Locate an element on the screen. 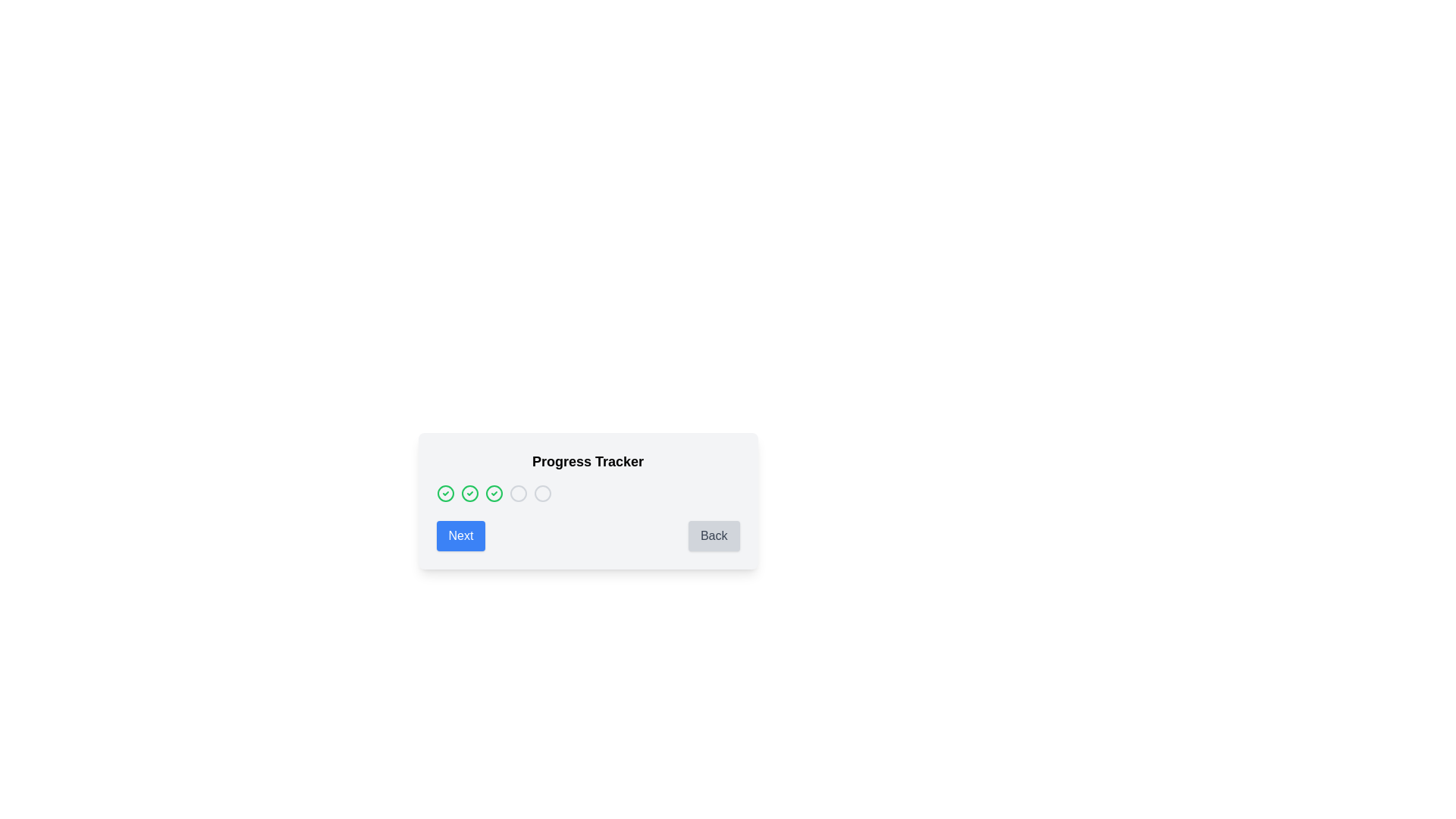 This screenshot has width=1456, height=819. the rectangular 'Next' button with white text on a blue background, located at the bottom-left of the progress-tracking card is located at coordinates (460, 535).